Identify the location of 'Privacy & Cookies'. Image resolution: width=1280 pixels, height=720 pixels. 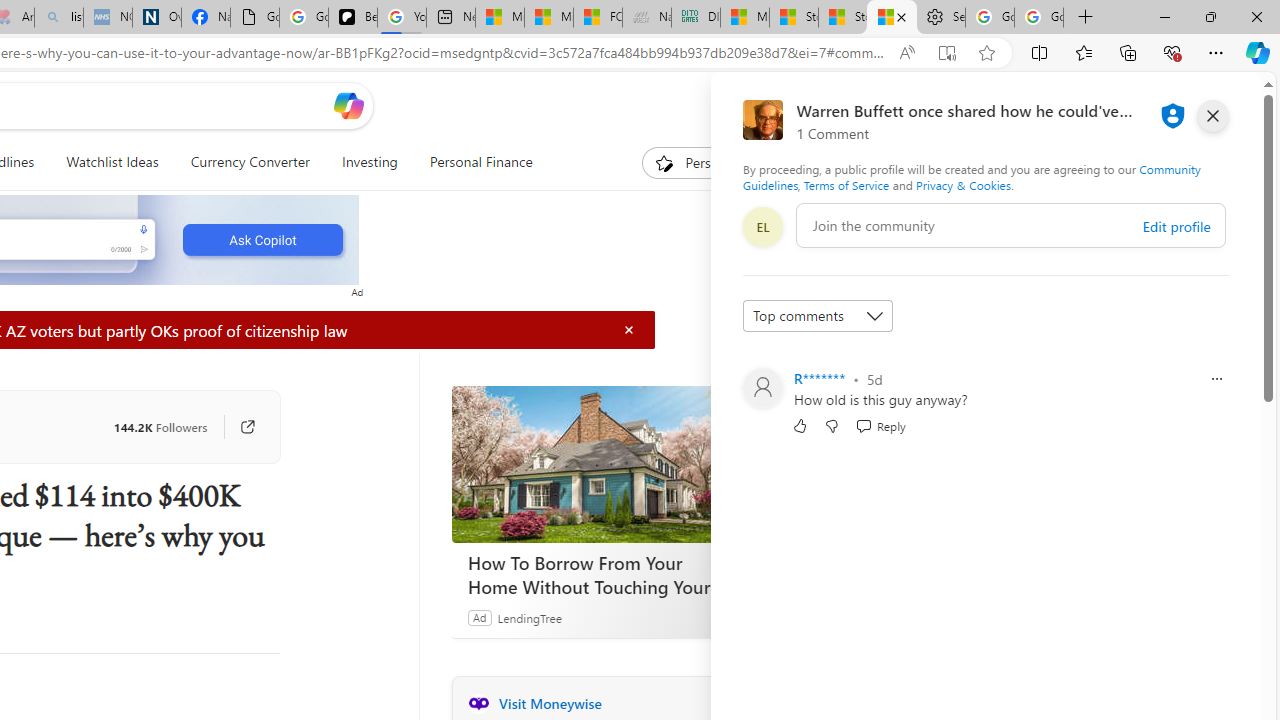
(964, 185).